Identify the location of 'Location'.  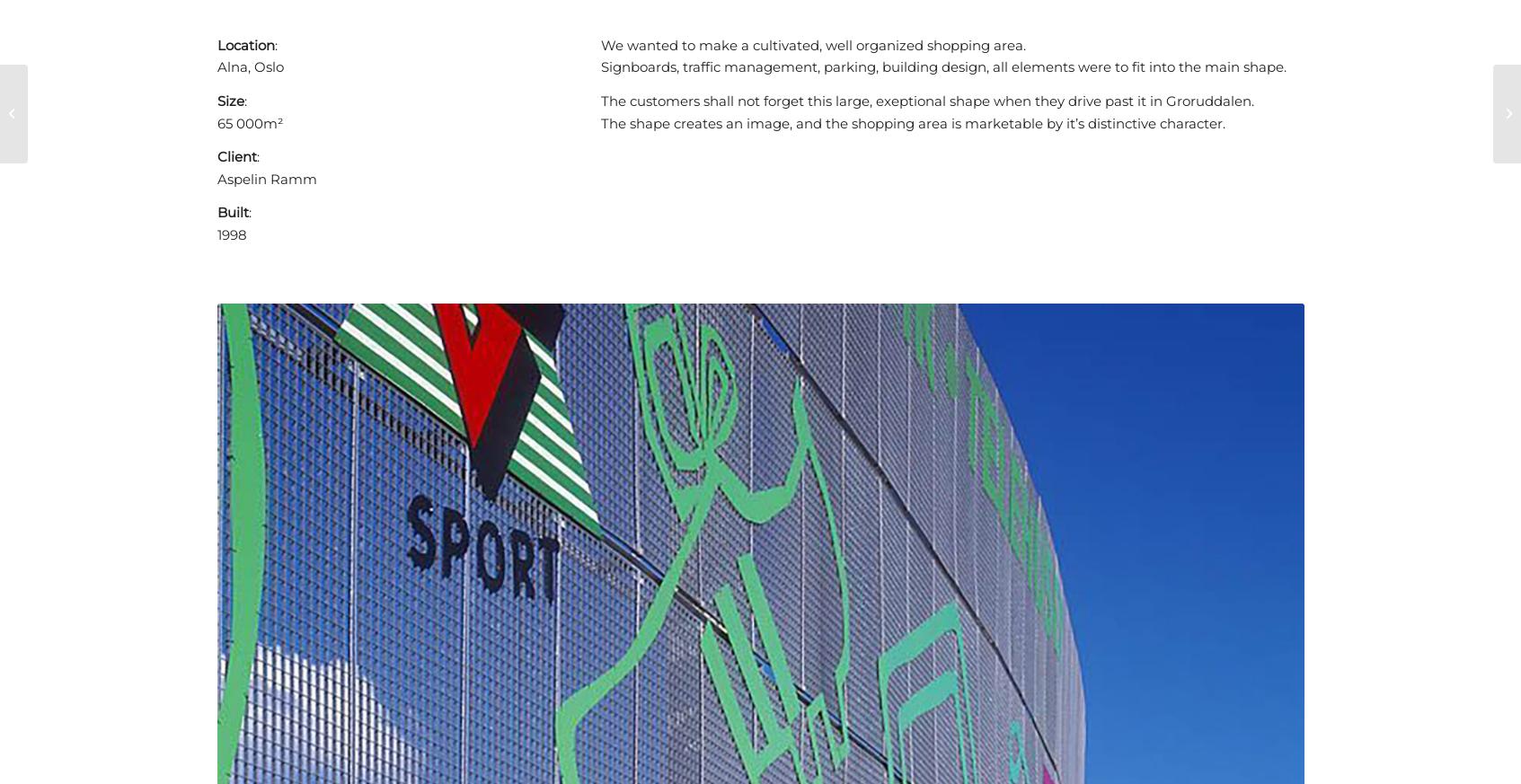
(244, 43).